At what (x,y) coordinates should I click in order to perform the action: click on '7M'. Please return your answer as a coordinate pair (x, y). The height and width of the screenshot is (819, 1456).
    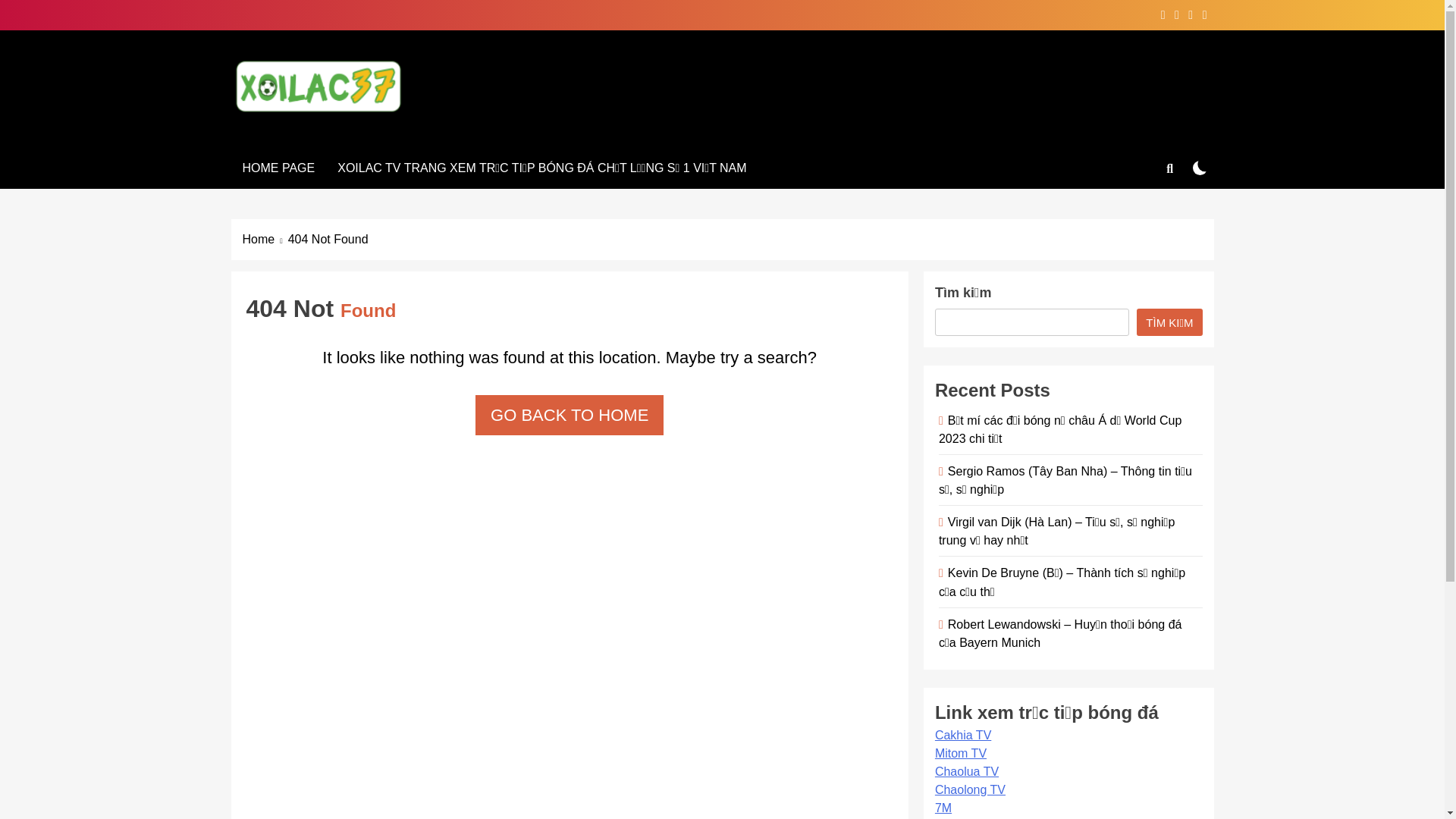
    Looking at the image, I should click on (942, 807).